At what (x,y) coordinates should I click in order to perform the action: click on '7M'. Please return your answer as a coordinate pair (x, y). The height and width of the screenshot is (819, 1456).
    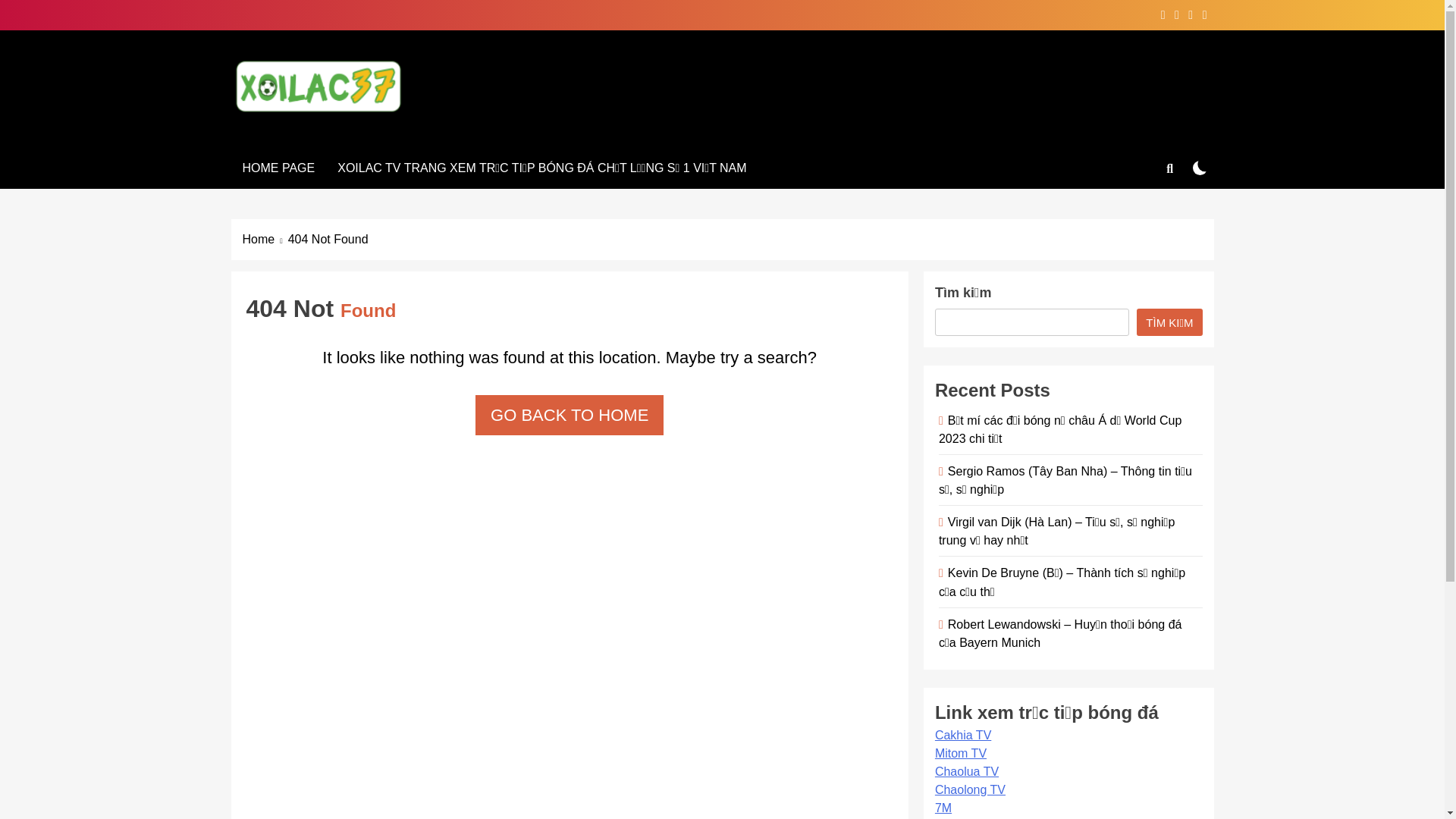
    Looking at the image, I should click on (942, 807).